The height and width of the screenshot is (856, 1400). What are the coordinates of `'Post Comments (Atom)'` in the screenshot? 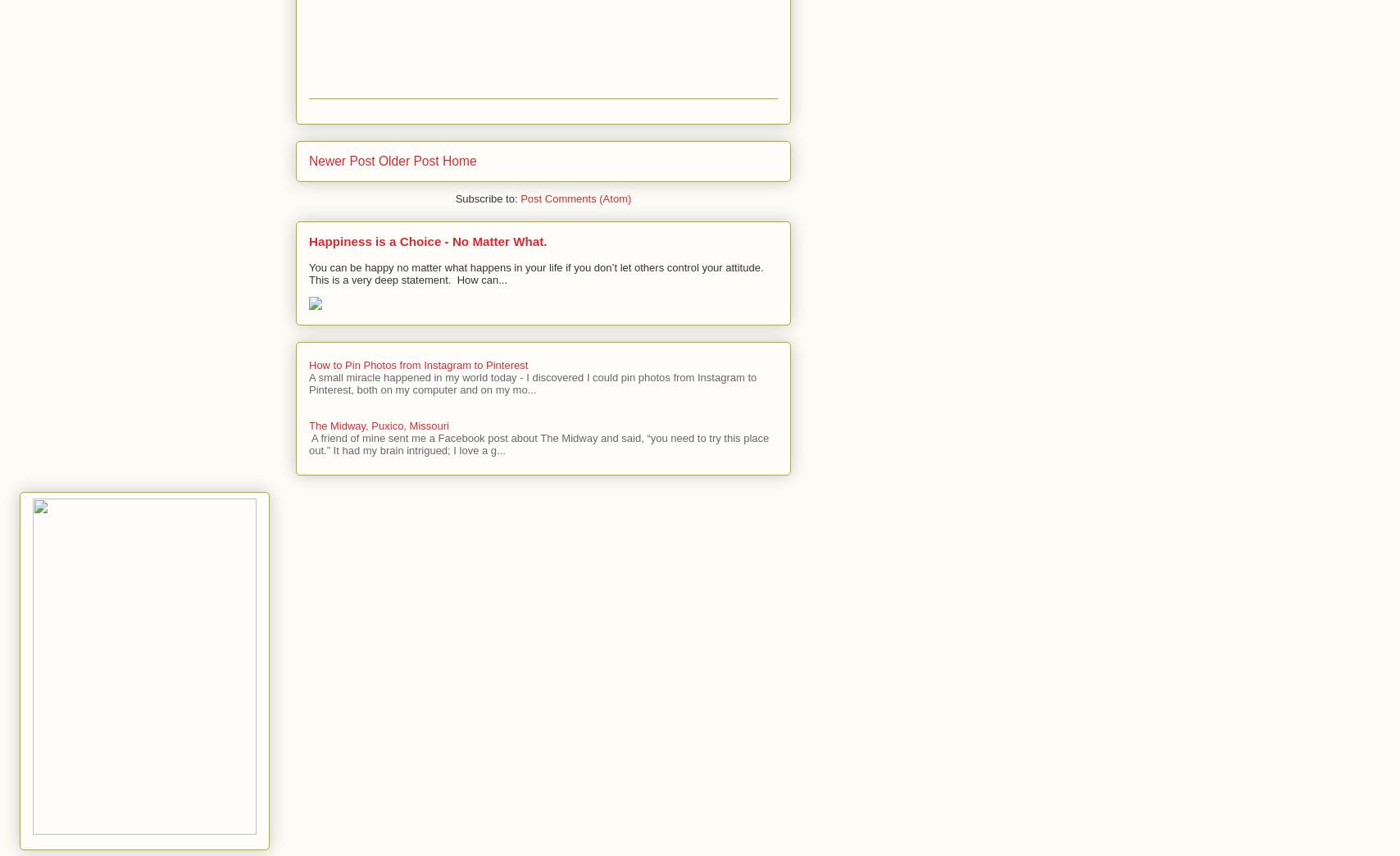 It's located at (575, 198).